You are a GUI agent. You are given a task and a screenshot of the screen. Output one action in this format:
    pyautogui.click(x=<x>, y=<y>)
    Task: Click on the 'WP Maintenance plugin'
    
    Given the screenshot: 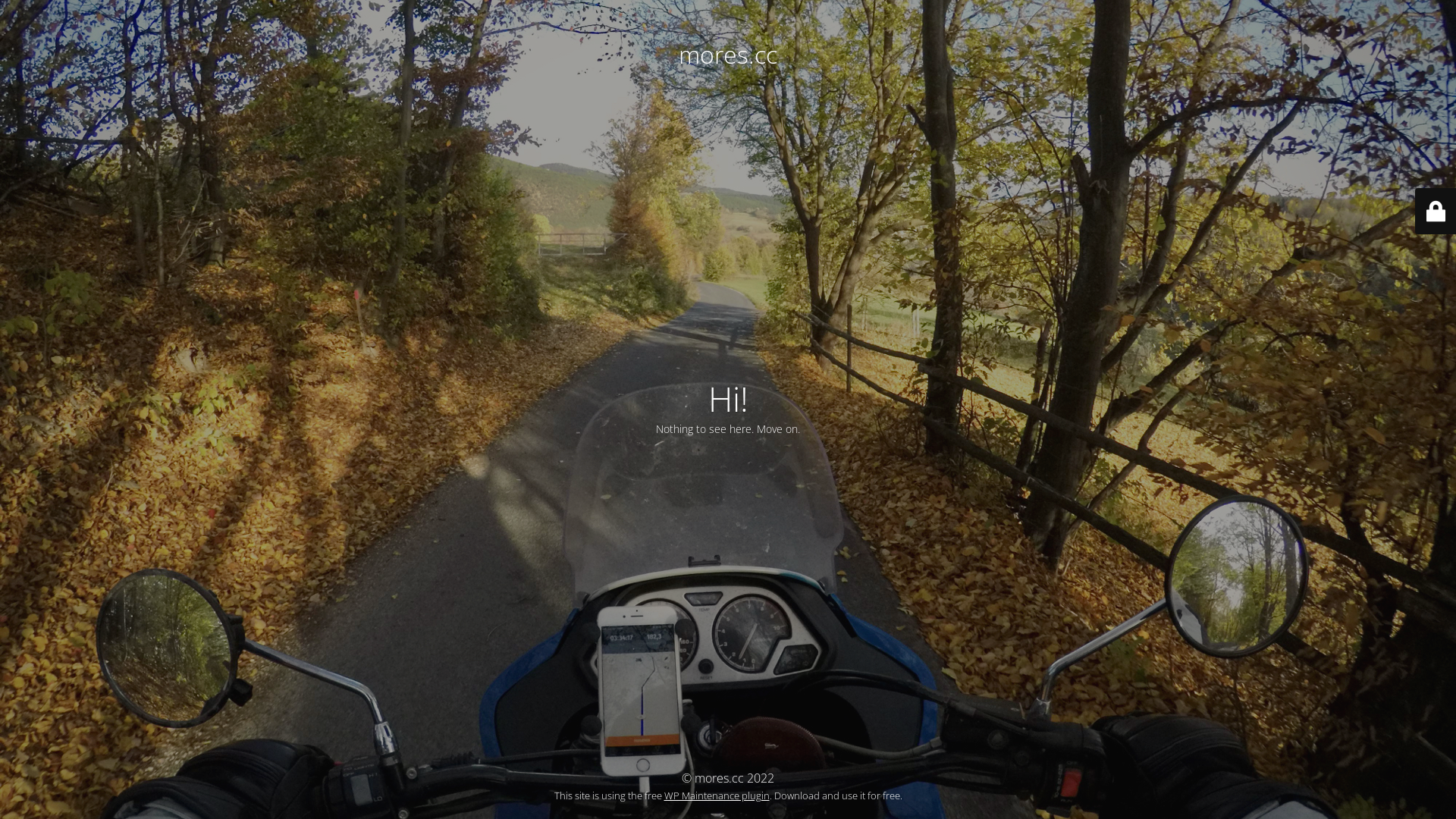 What is the action you would take?
    pyautogui.click(x=716, y=795)
    